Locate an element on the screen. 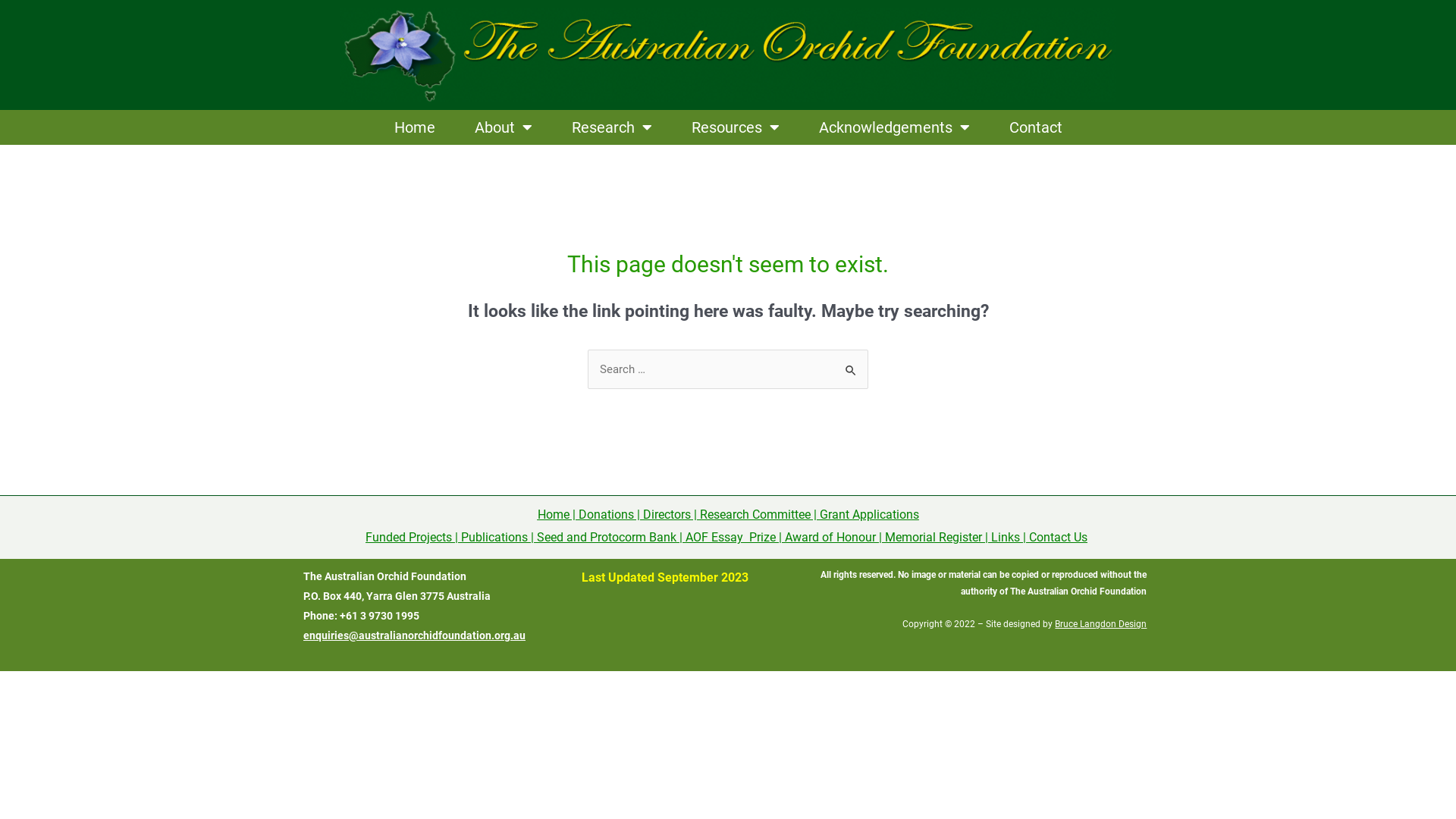  'Donations' is located at coordinates (604, 513).